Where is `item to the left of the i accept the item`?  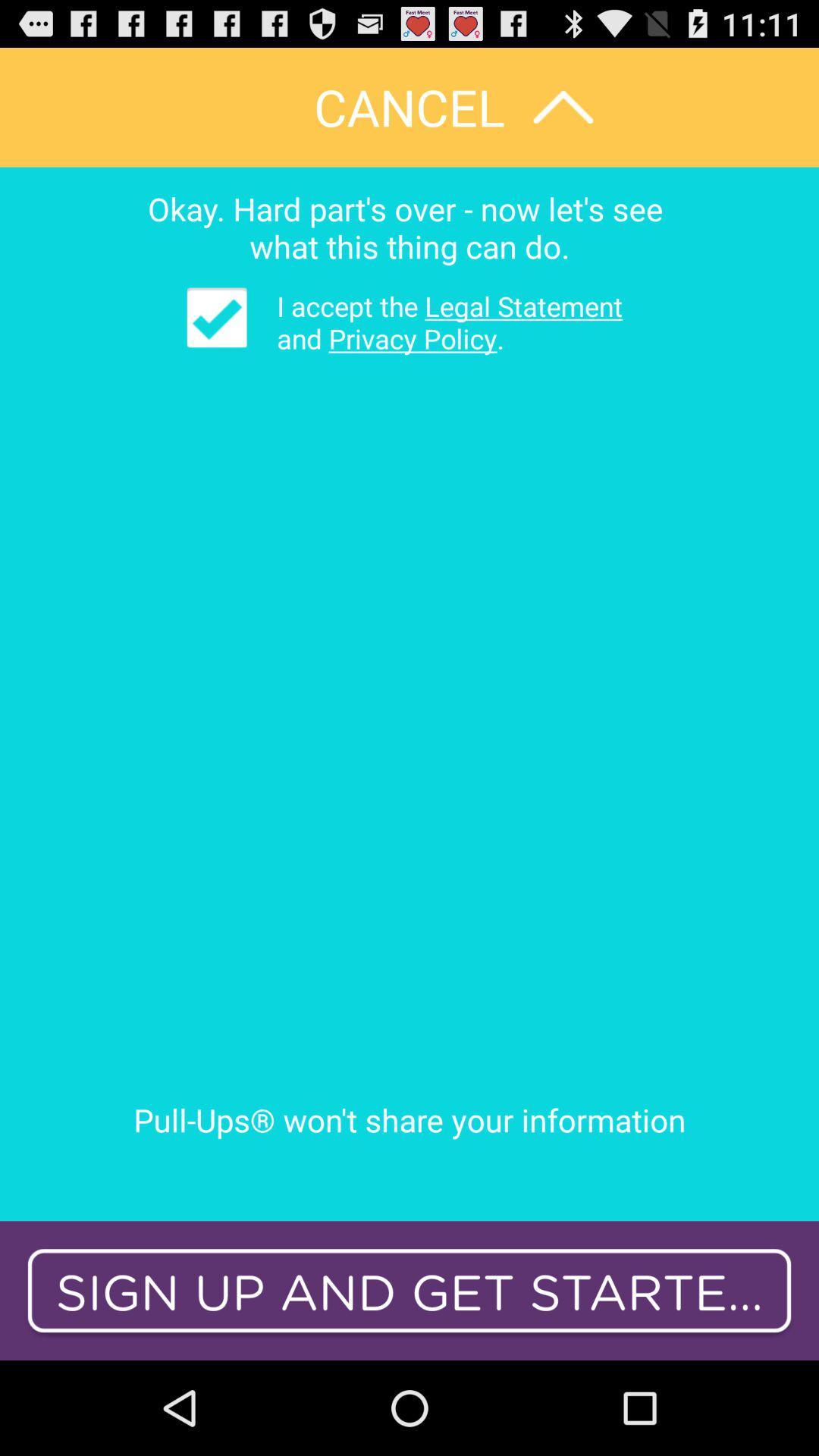 item to the left of the i accept the item is located at coordinates (217, 316).